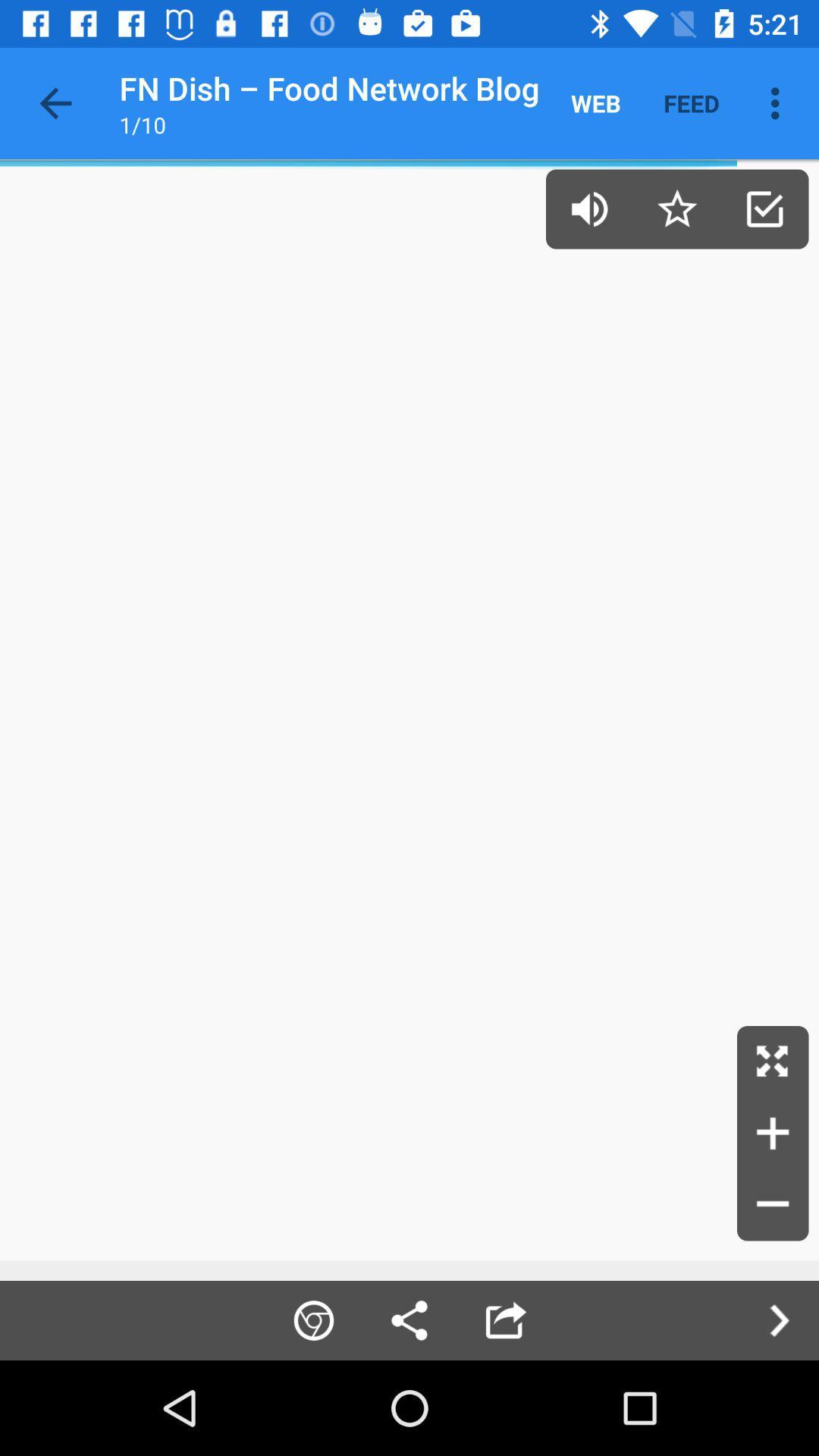  I want to click on app next to fn dish food item, so click(55, 102).